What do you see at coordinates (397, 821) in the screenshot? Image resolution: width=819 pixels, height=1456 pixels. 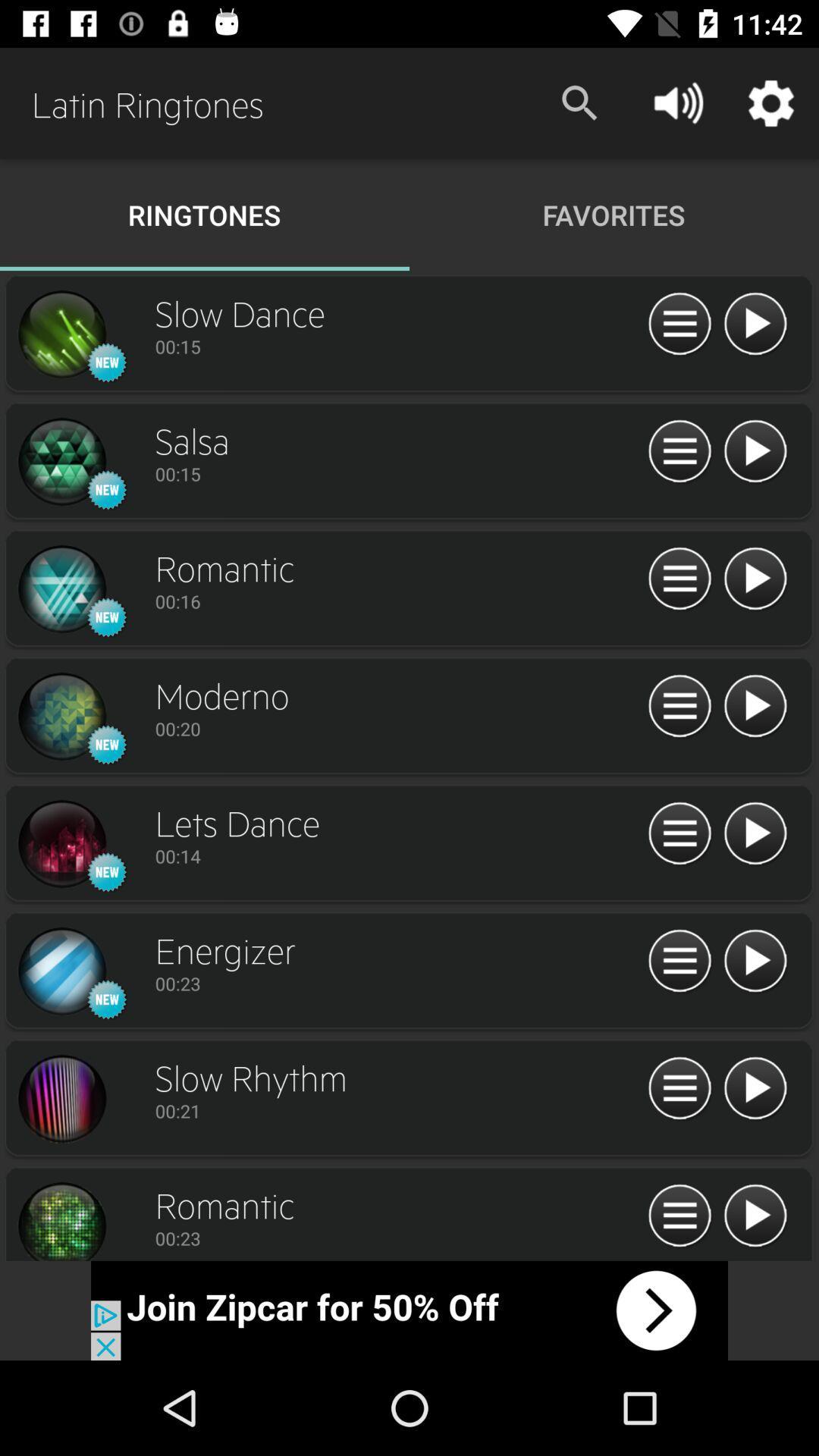 I see `the text lets dance shown above 0014` at bounding box center [397, 821].